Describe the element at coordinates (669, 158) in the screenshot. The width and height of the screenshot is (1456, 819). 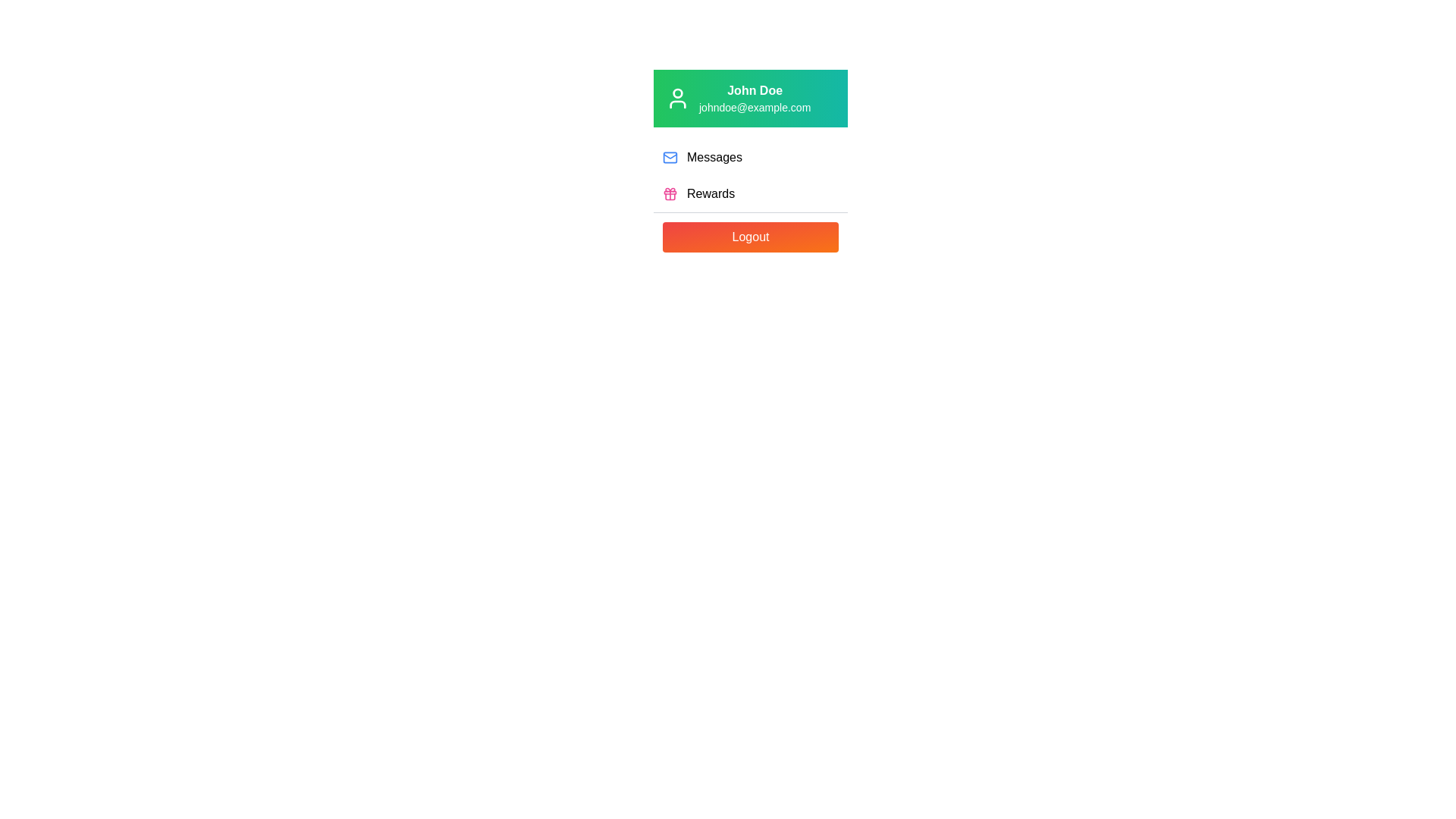
I see `the 'Messages' icon located on the left side of the text labeled 'Messages' in the vertical navigation menu` at that location.